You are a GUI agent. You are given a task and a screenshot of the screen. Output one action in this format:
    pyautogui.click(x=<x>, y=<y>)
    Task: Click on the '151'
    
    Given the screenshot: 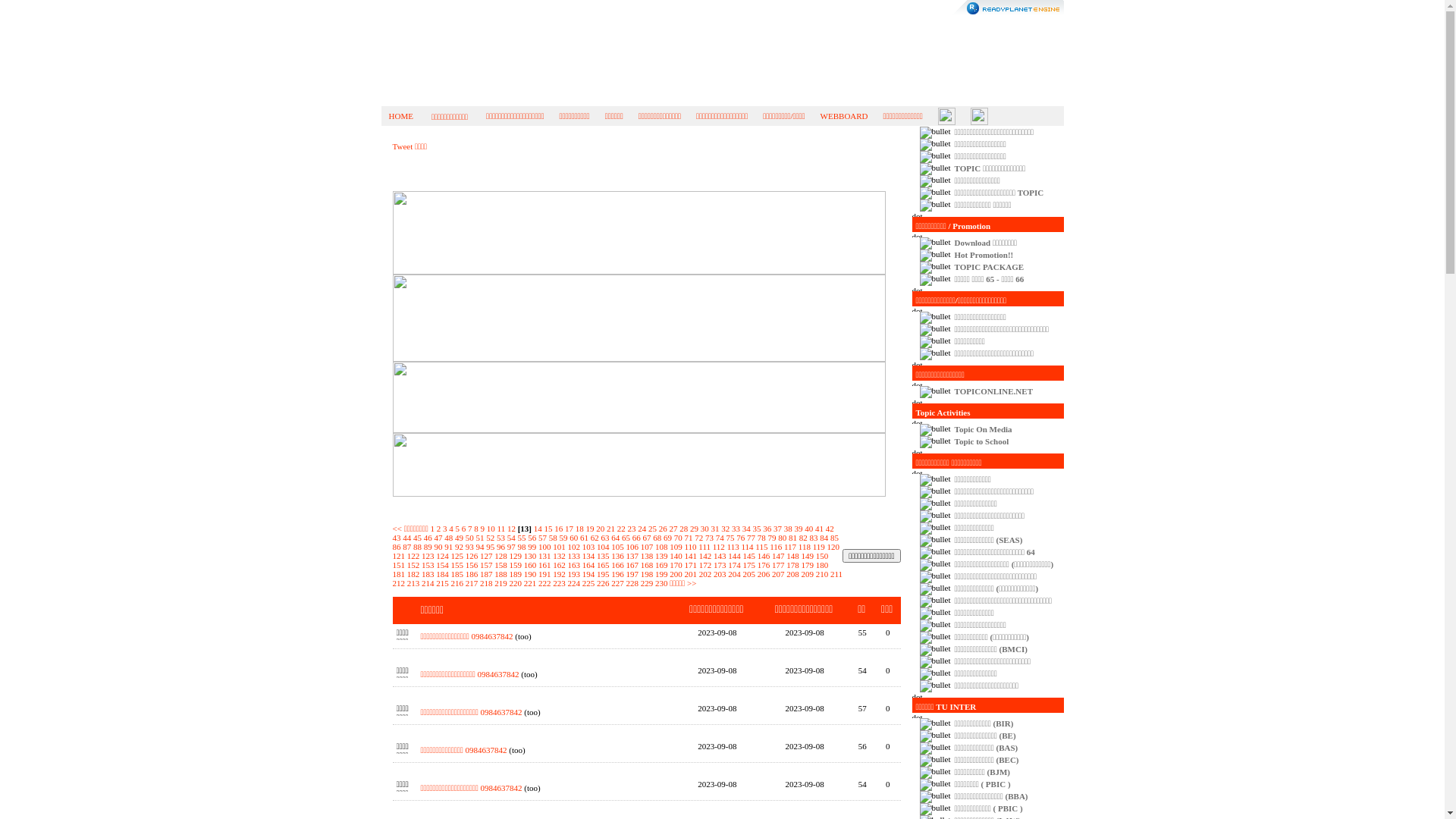 What is the action you would take?
    pyautogui.click(x=399, y=564)
    